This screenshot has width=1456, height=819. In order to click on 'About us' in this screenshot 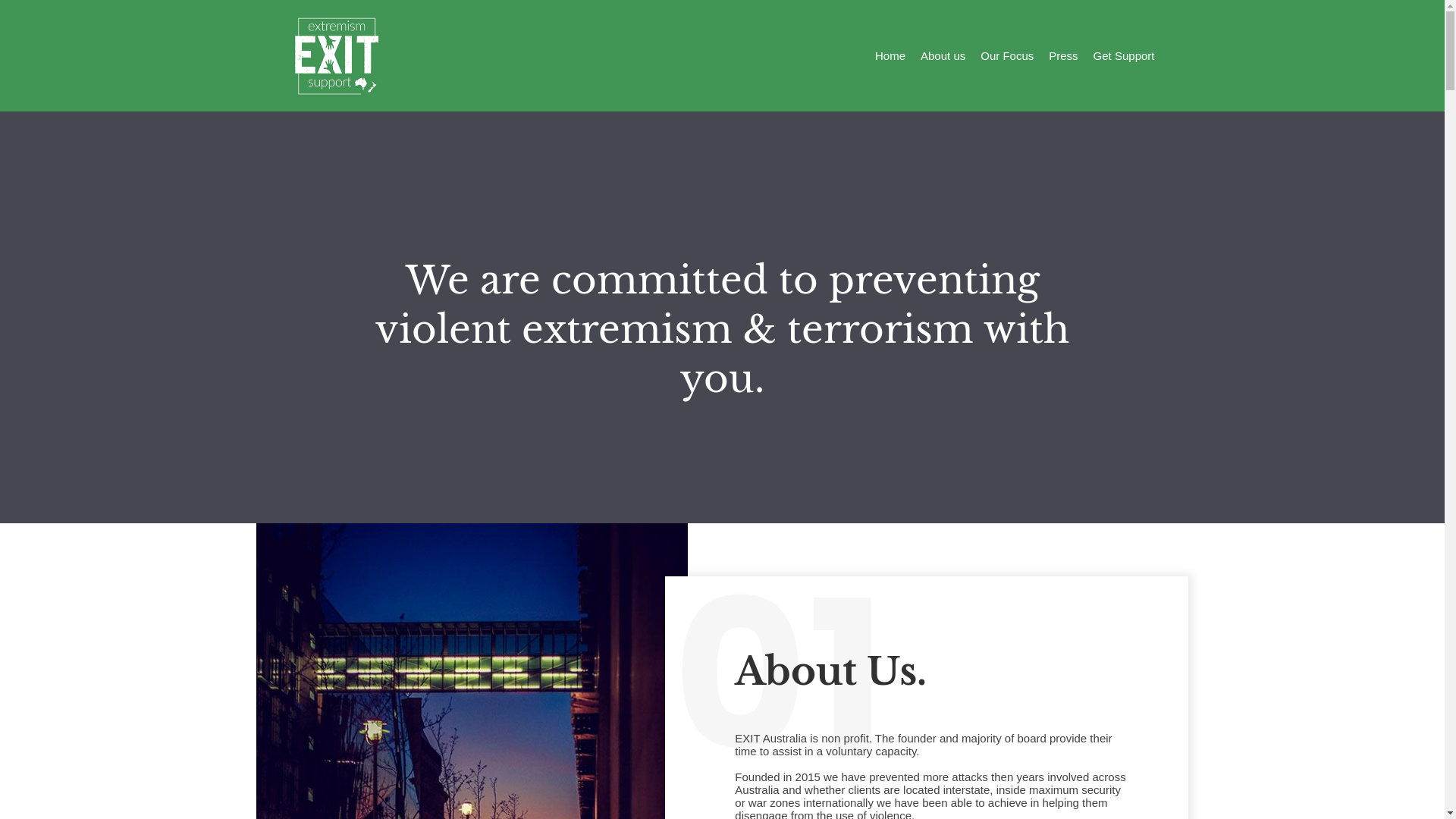, I will do `click(920, 55)`.